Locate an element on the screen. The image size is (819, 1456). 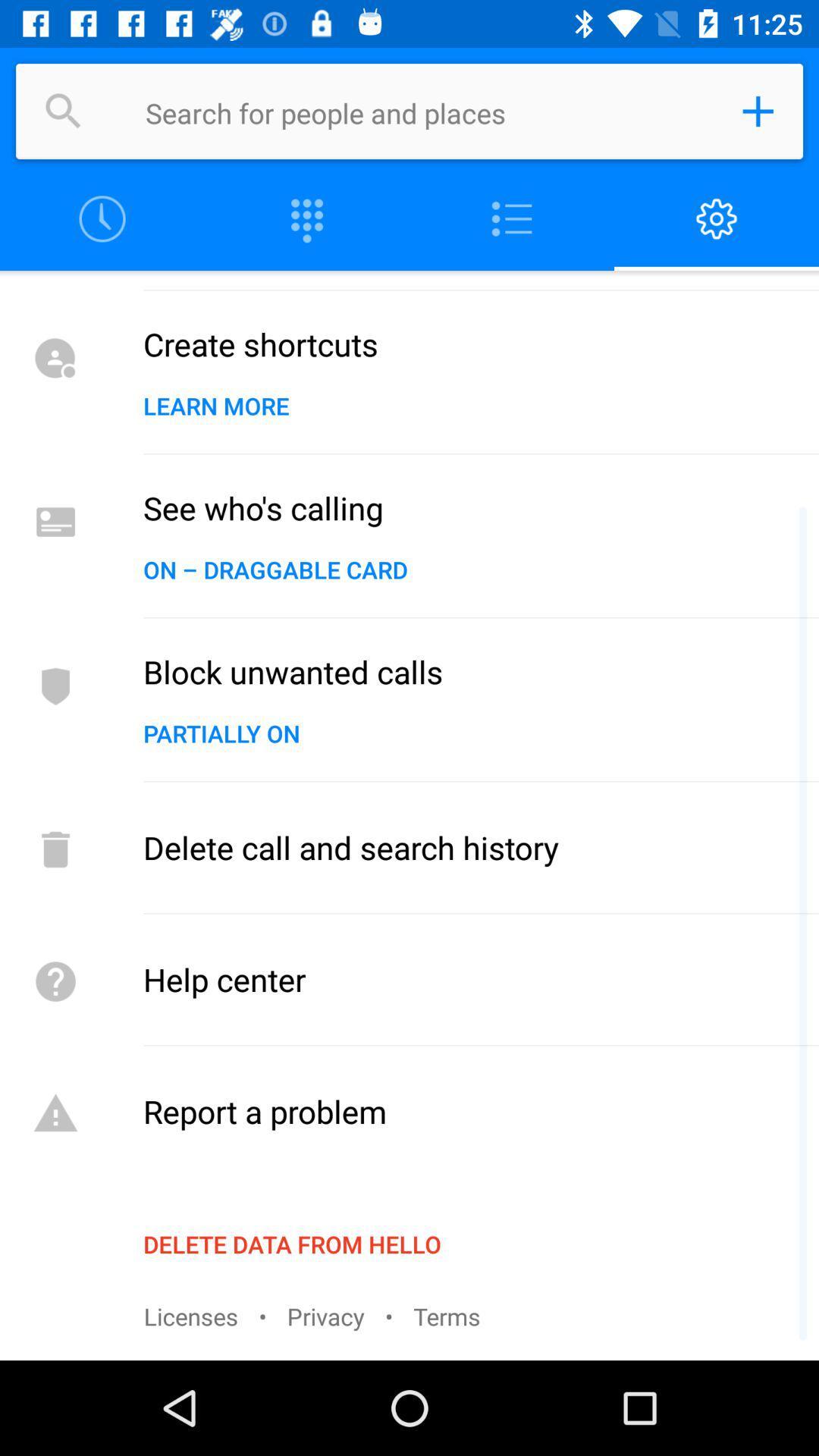
search terms is located at coordinates (428, 111).